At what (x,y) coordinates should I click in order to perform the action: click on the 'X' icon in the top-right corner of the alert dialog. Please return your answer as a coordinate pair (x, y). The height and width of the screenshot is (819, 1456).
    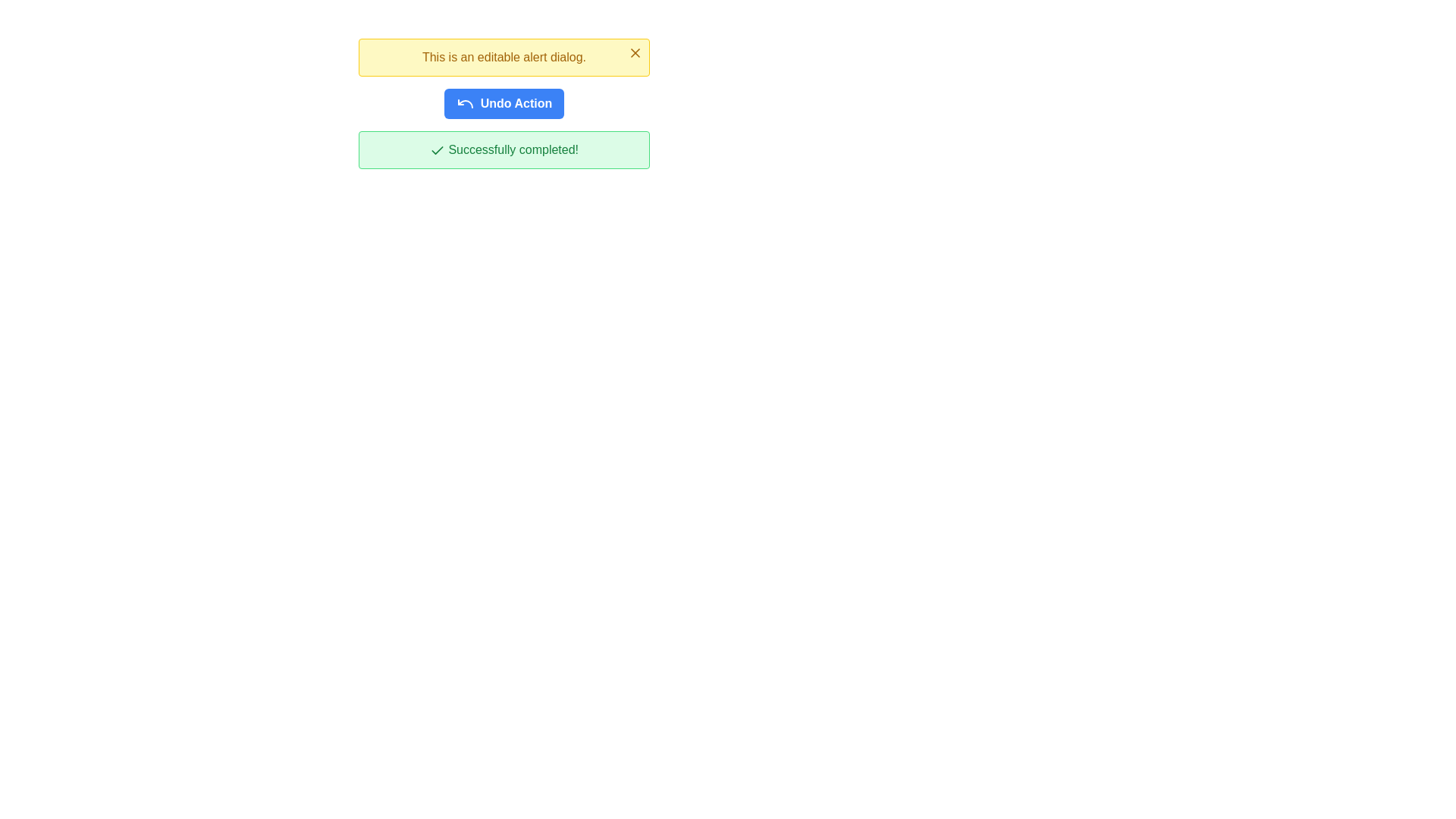
    Looking at the image, I should click on (635, 52).